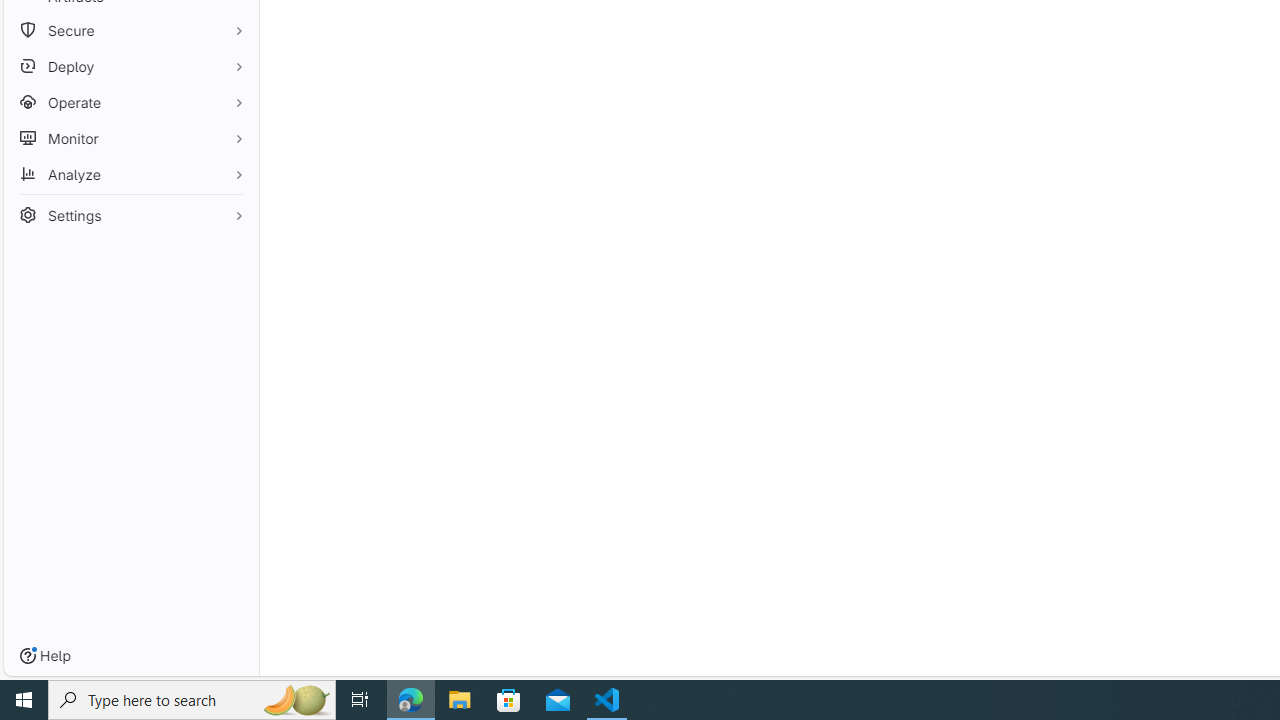 The width and height of the screenshot is (1280, 720). I want to click on 'Operate', so click(130, 102).